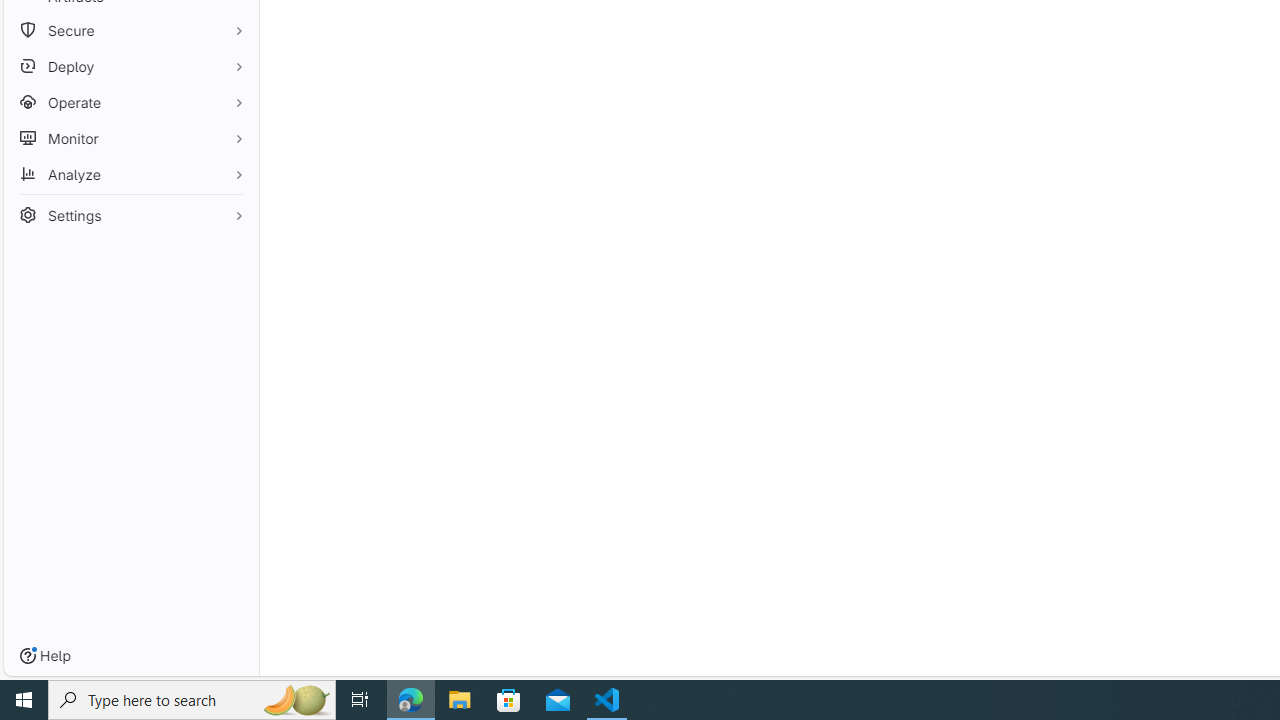 The width and height of the screenshot is (1280, 720). I want to click on 'Operate', so click(130, 102).